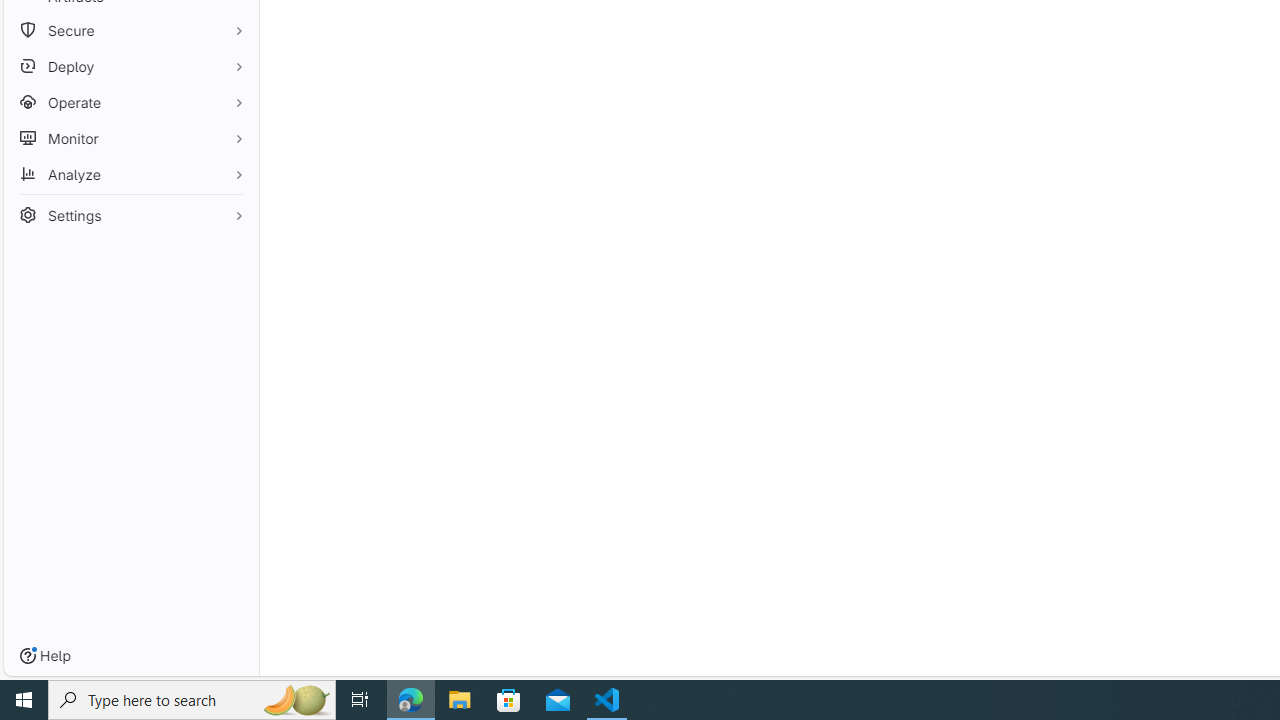 The width and height of the screenshot is (1280, 720). I want to click on 'Operate', so click(130, 102).